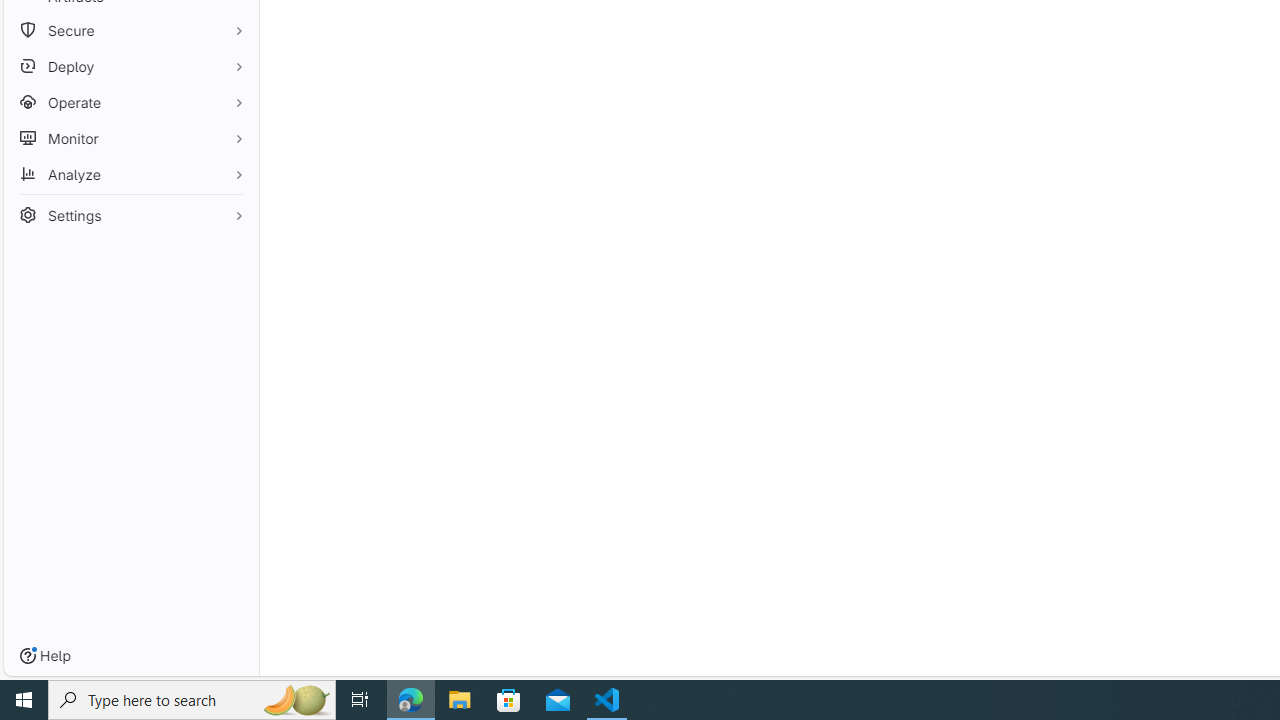 The width and height of the screenshot is (1280, 720). I want to click on 'Operate', so click(130, 102).